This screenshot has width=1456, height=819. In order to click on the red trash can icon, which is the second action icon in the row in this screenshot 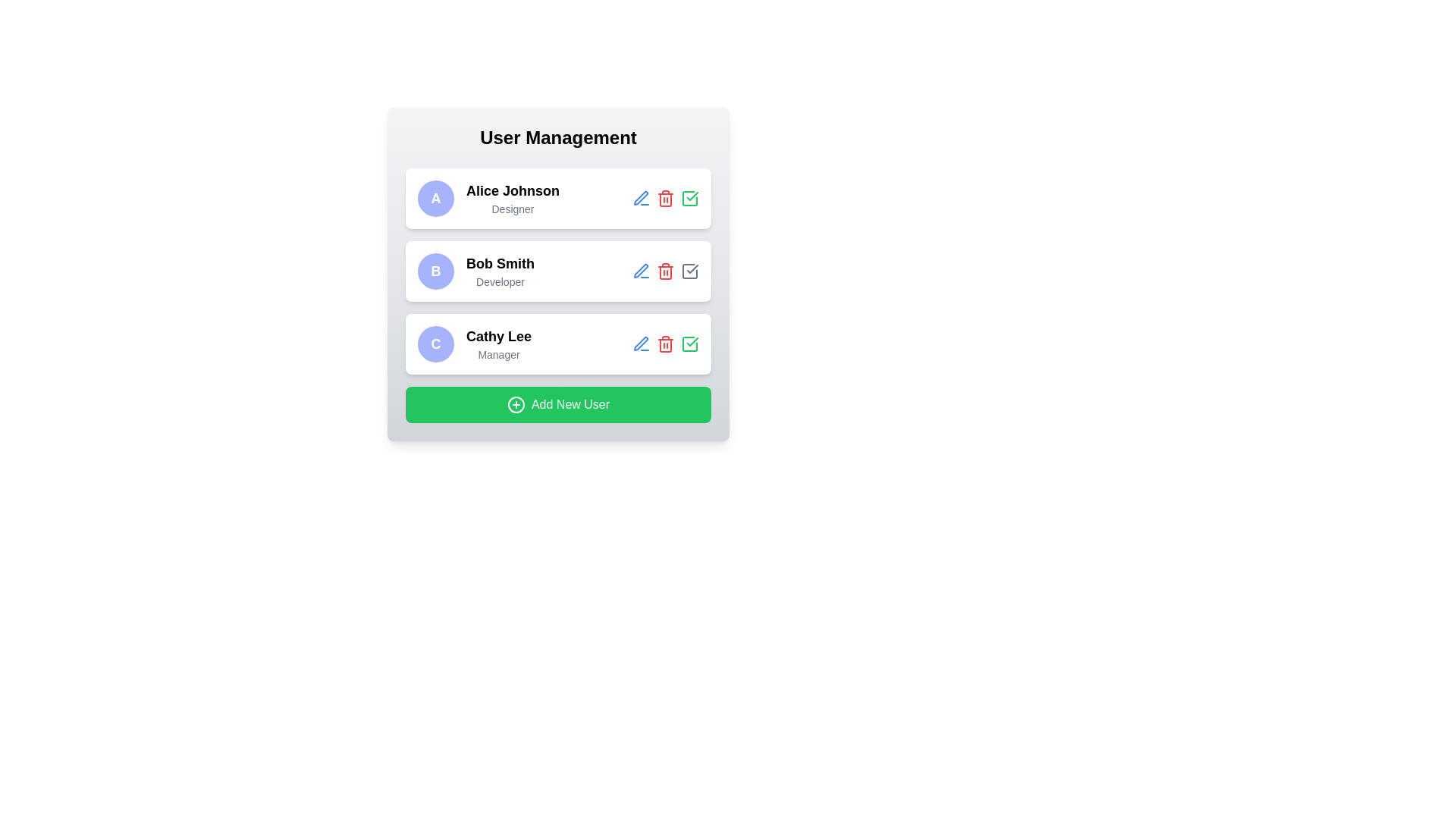, I will do `click(666, 271)`.